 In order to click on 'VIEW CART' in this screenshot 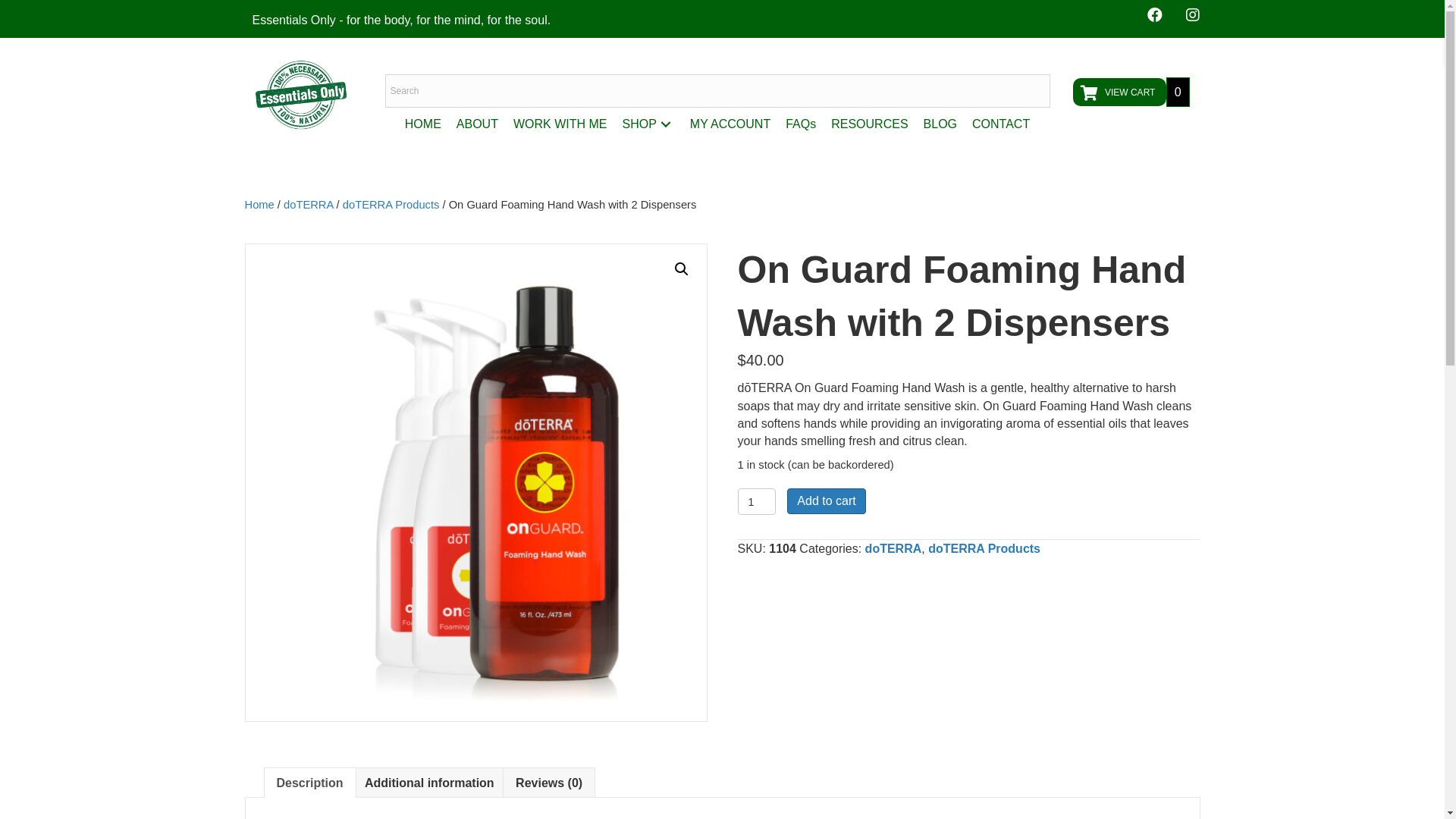, I will do `click(1119, 92)`.